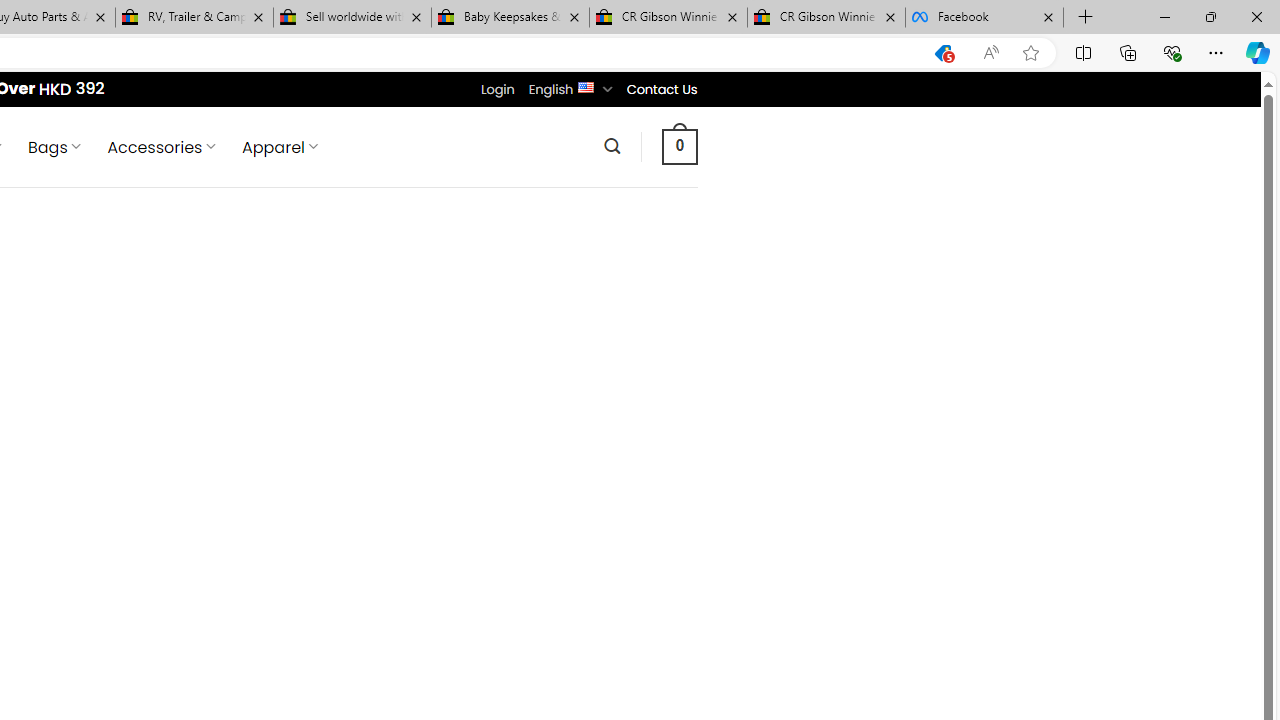  I want to click on '  0  ', so click(679, 145).